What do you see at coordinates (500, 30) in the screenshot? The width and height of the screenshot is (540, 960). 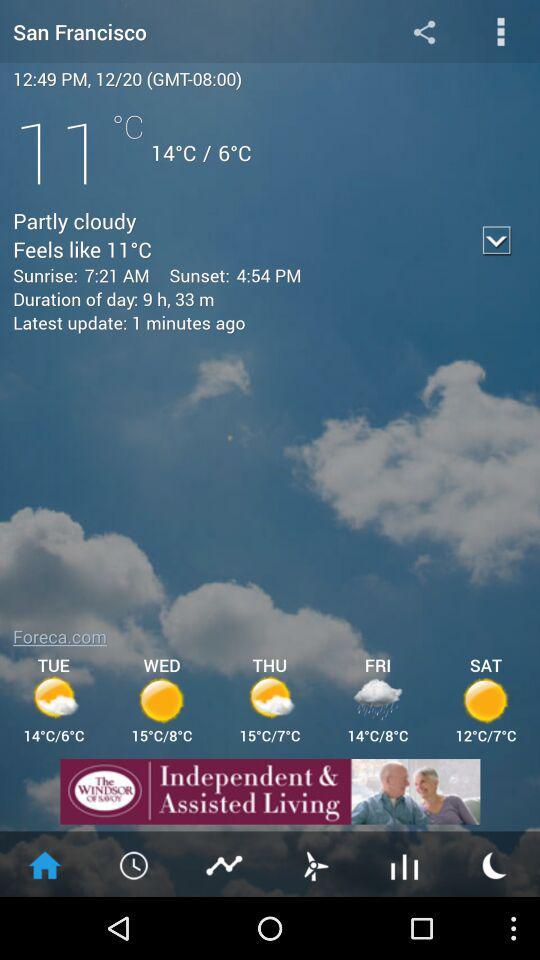 I see `open drop down menu` at bounding box center [500, 30].